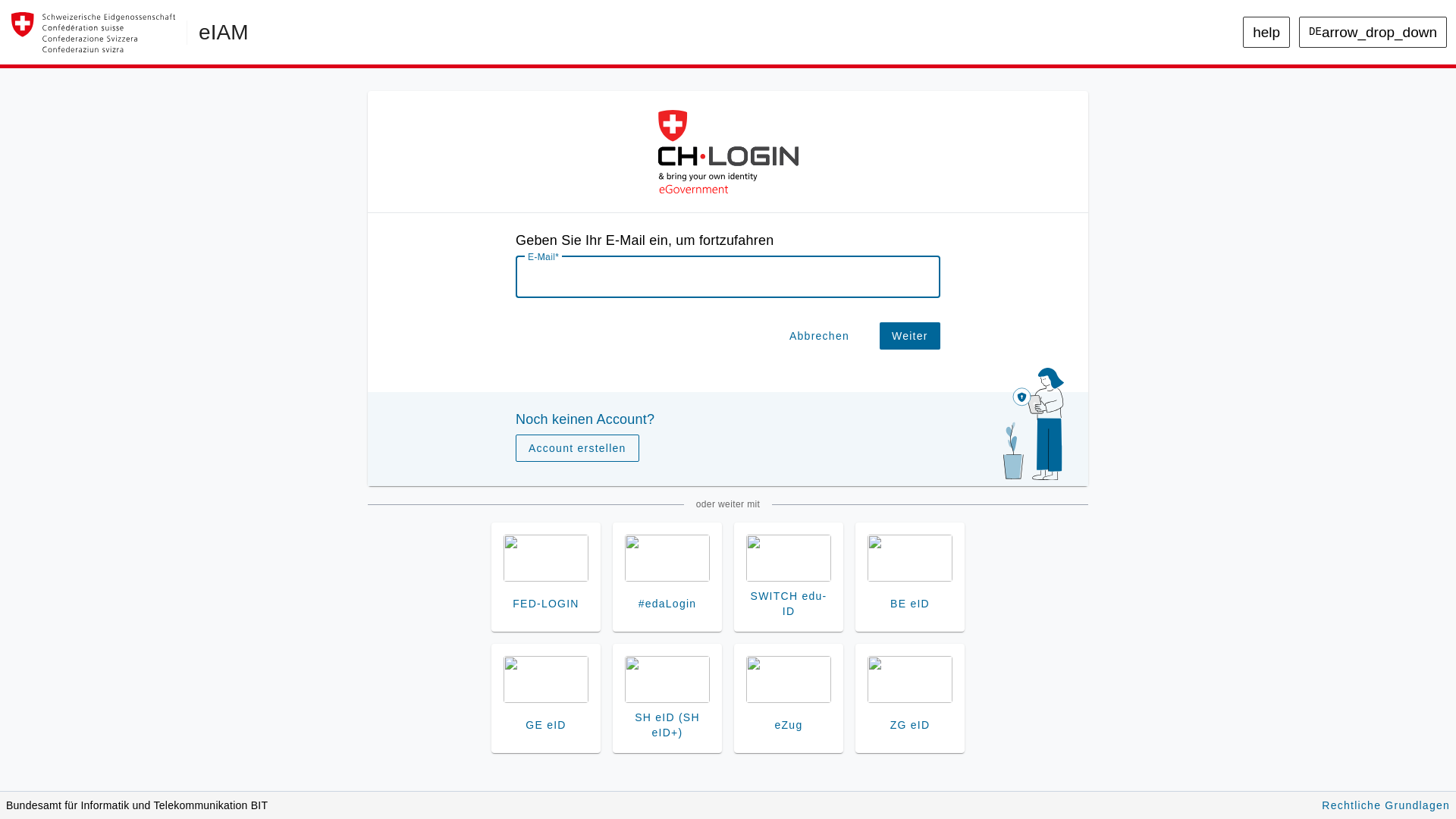 The image size is (1456, 819). Describe the element at coordinates (1278, 32) in the screenshot. I see `'help'` at that location.